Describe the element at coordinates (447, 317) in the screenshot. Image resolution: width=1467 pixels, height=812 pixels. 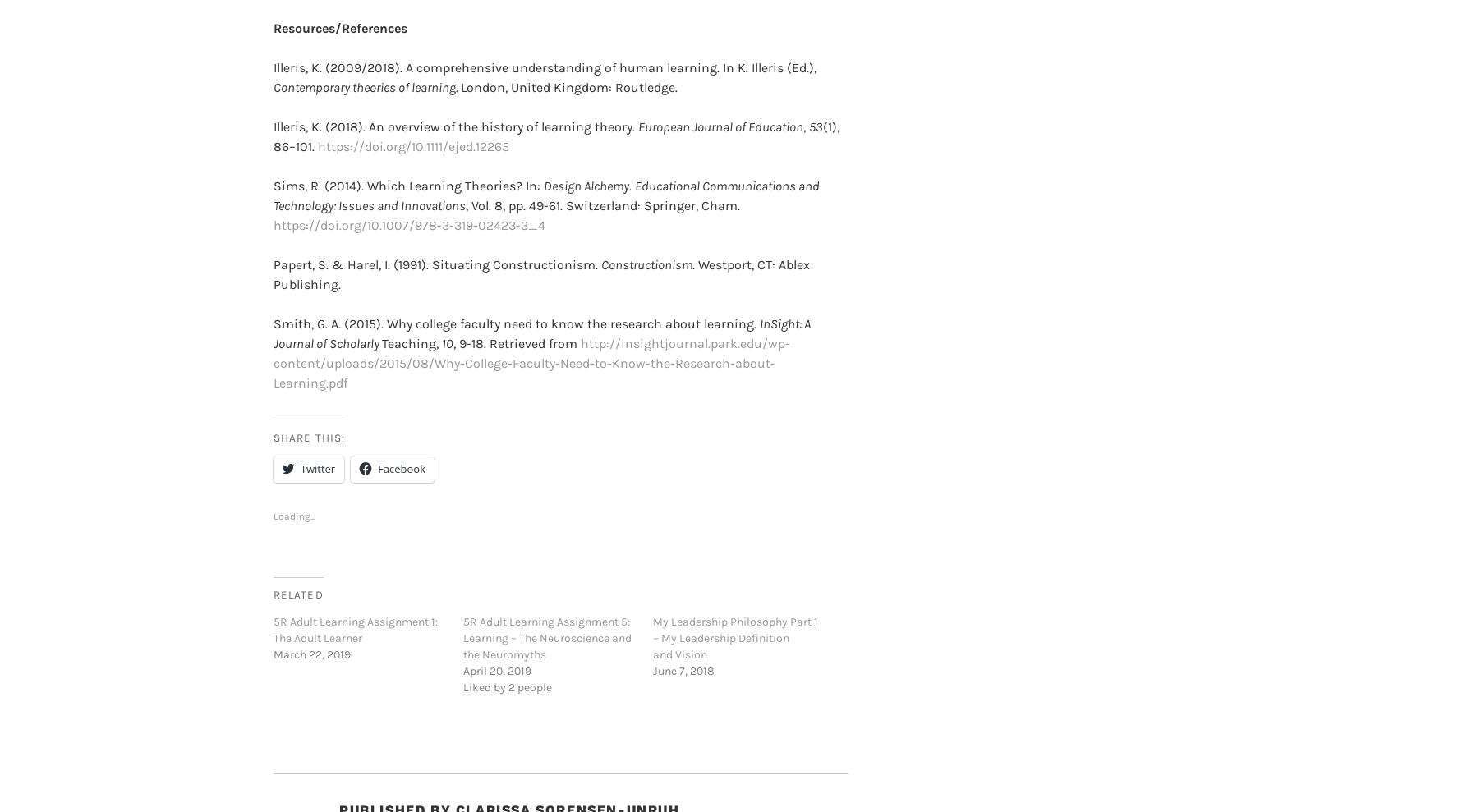
I see `'10'` at that location.